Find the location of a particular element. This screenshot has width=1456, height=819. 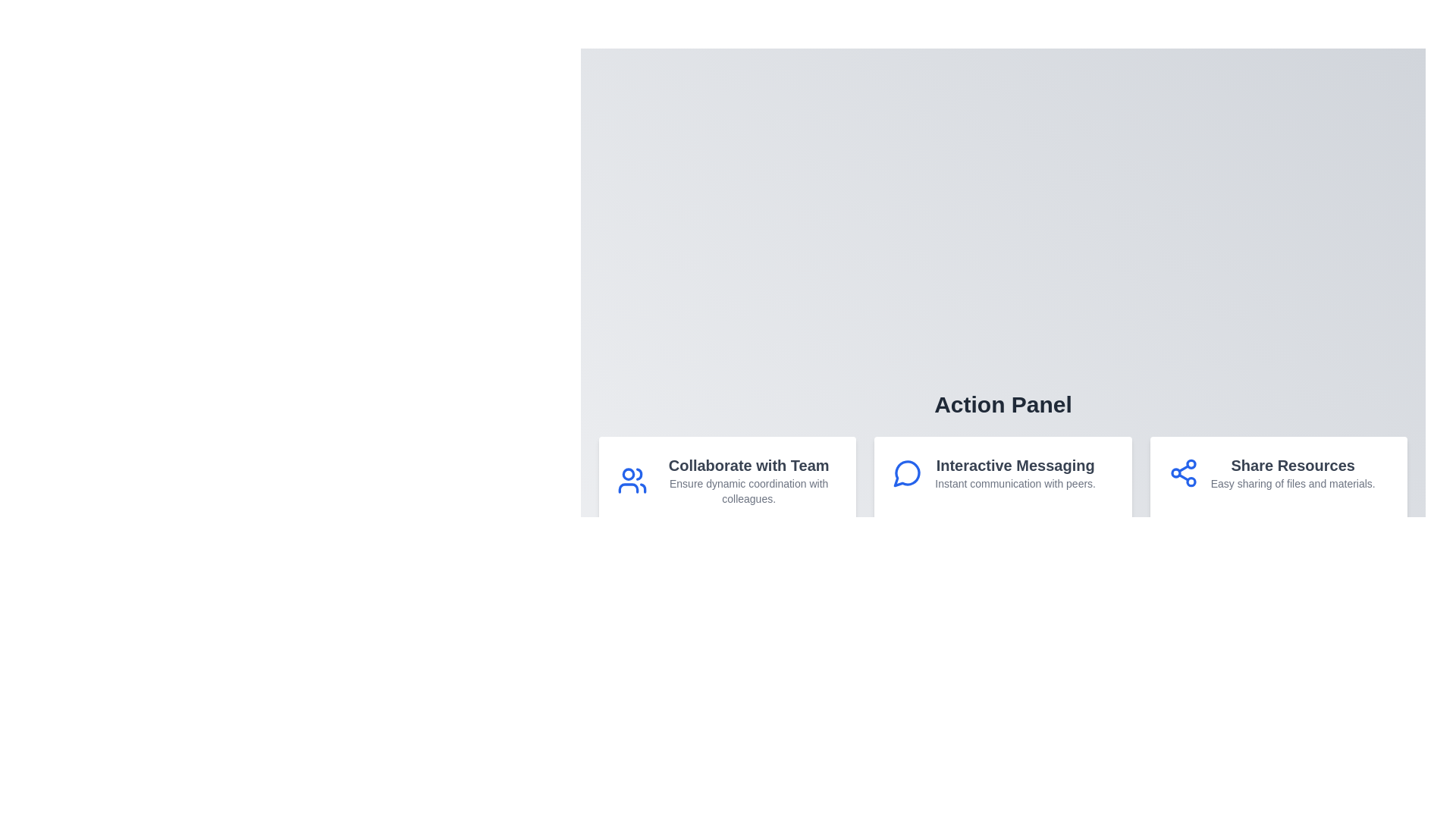

the collaboration icon located on the far left side above the text 'Collaborate with Team' in the first column of the three cards section is located at coordinates (632, 480).